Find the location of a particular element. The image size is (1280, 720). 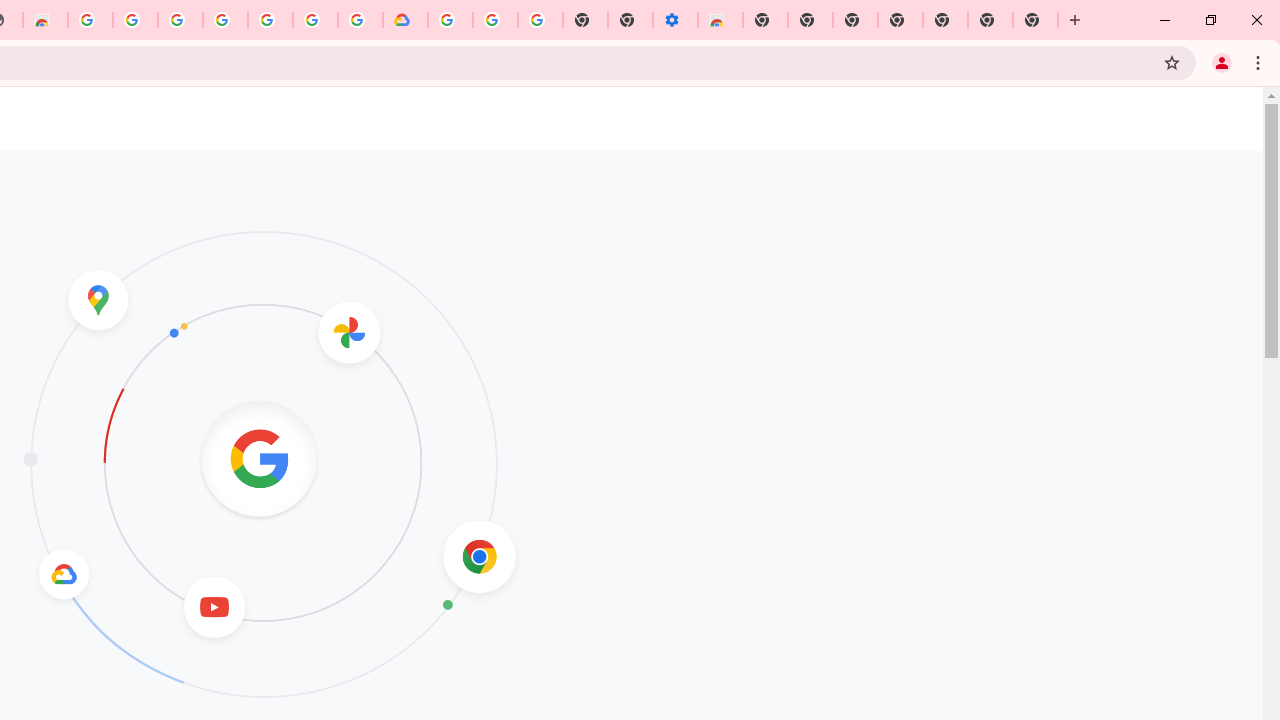

'New Tab' is located at coordinates (1035, 20).